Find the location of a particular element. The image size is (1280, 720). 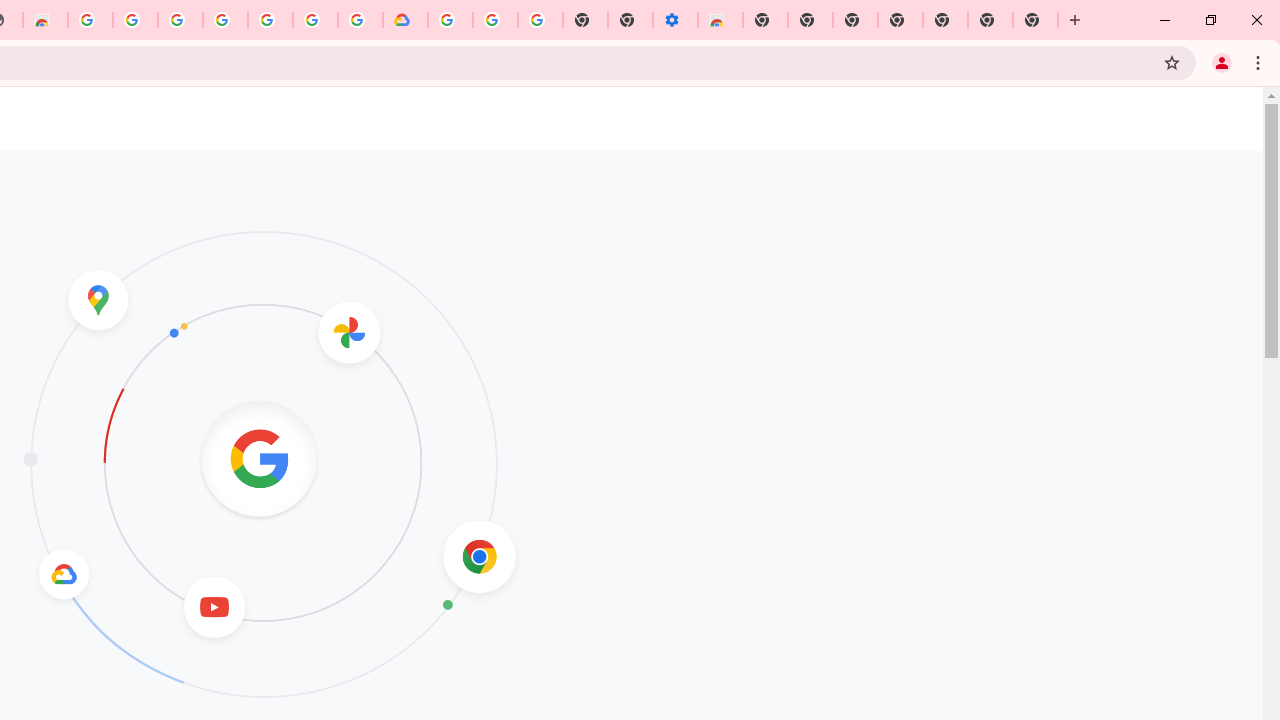

'New Tab' is located at coordinates (1035, 20).